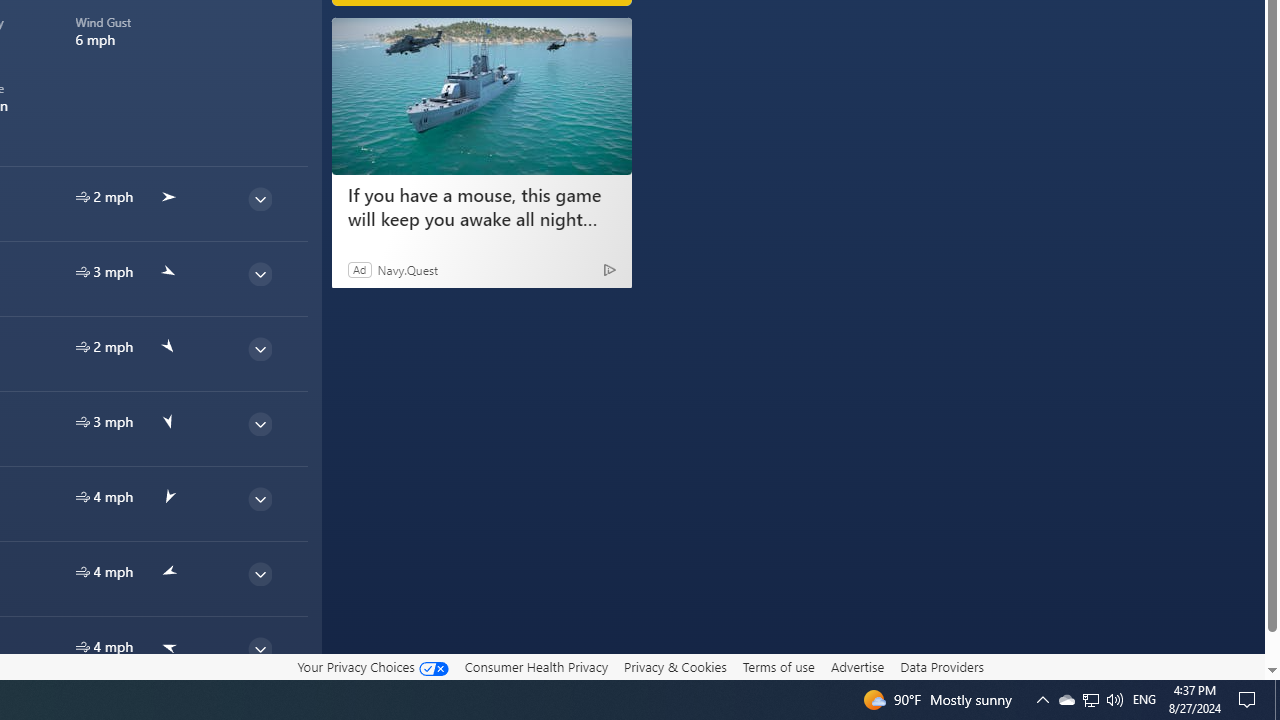 Image resolution: width=1280 pixels, height=720 pixels. I want to click on 'User Promoted Notification Area', so click(1089, 698).